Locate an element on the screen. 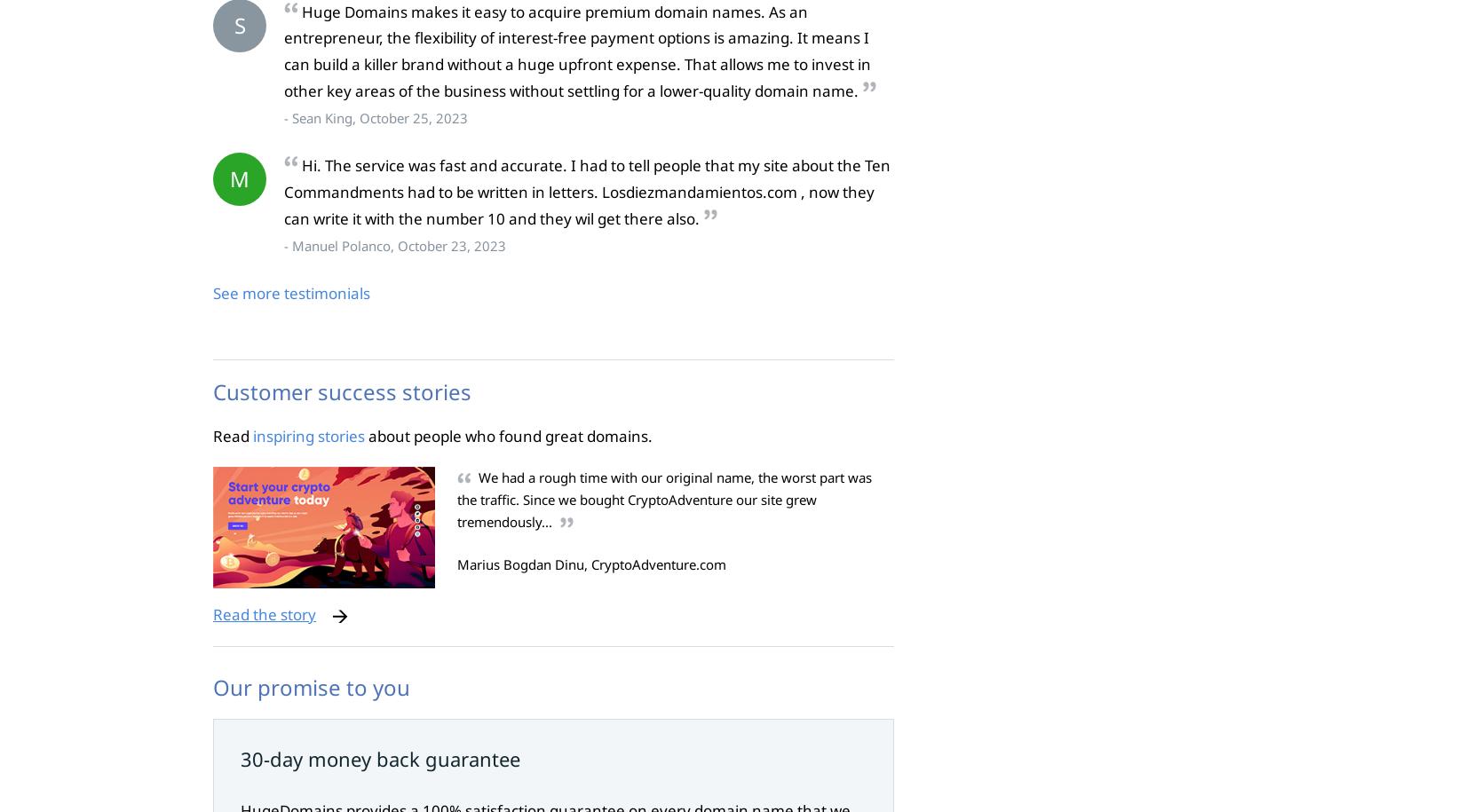 The image size is (1465, 812). 'Our promise to you' is located at coordinates (311, 685).